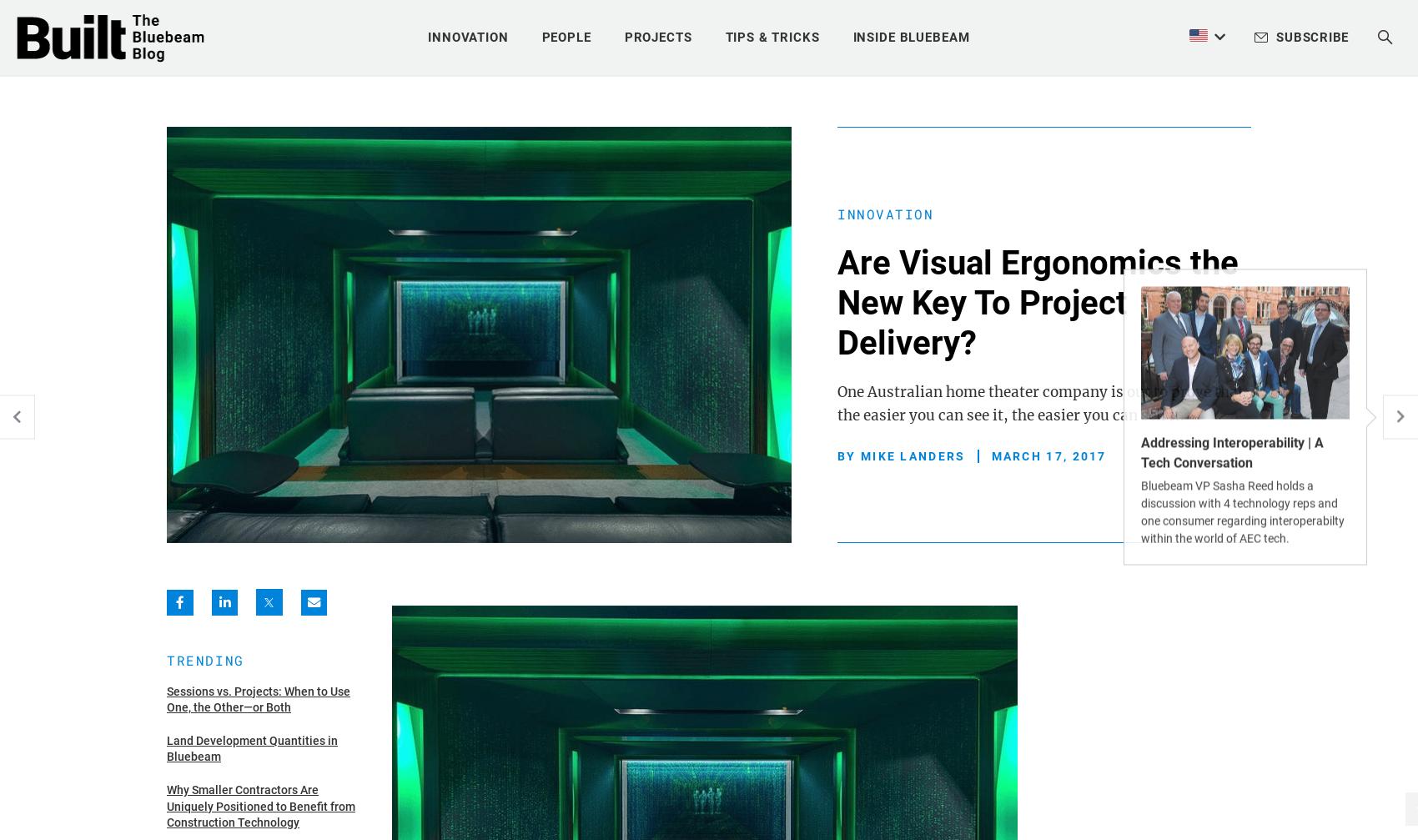 The height and width of the screenshot is (840, 1418). What do you see at coordinates (1231, 451) in the screenshot?
I see `'Addressing Interoperability | A Tech Conversation'` at bounding box center [1231, 451].